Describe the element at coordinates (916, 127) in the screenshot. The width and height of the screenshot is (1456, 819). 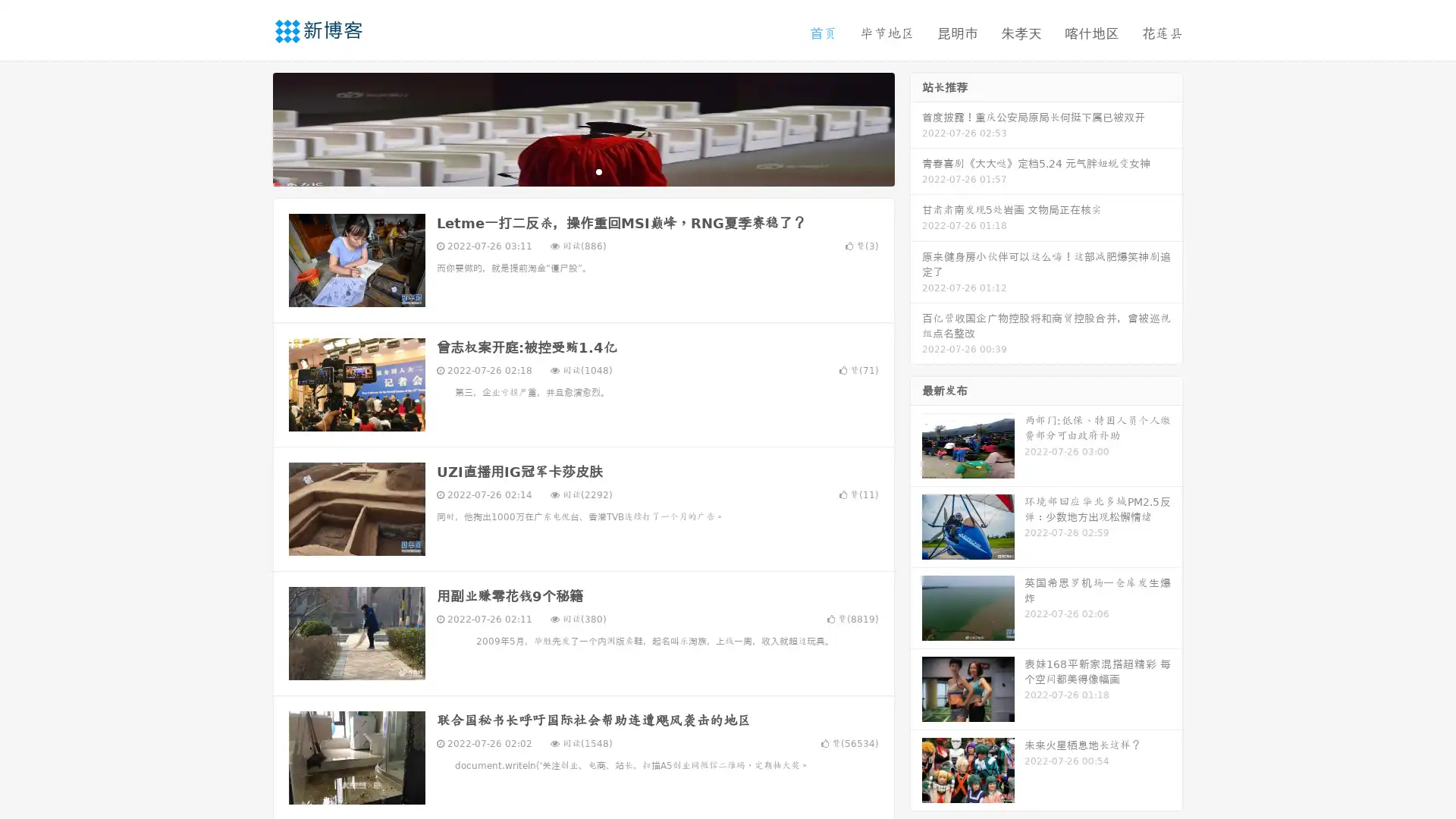
I see `Next slide` at that location.